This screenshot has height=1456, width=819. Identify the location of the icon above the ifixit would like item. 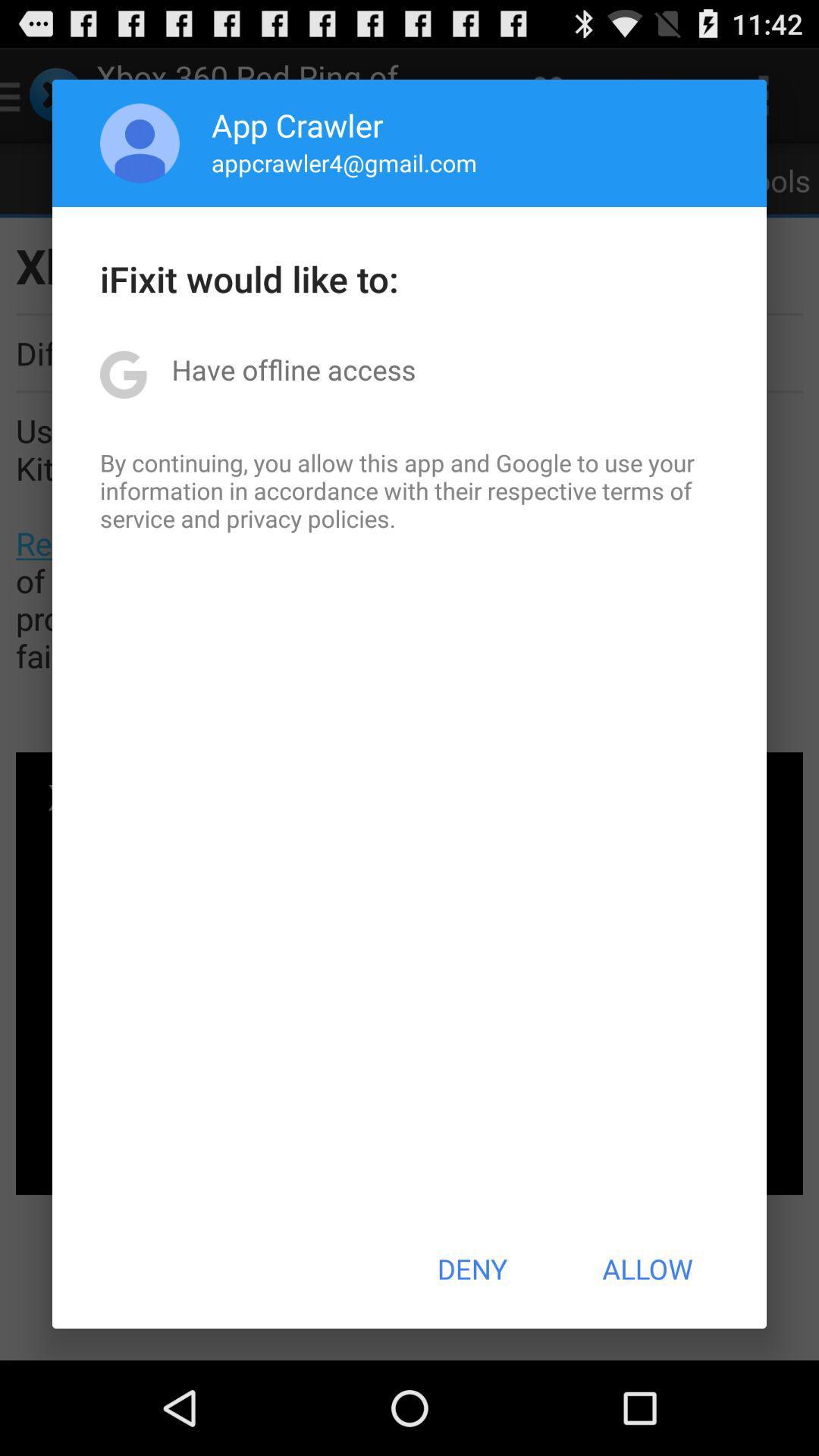
(140, 143).